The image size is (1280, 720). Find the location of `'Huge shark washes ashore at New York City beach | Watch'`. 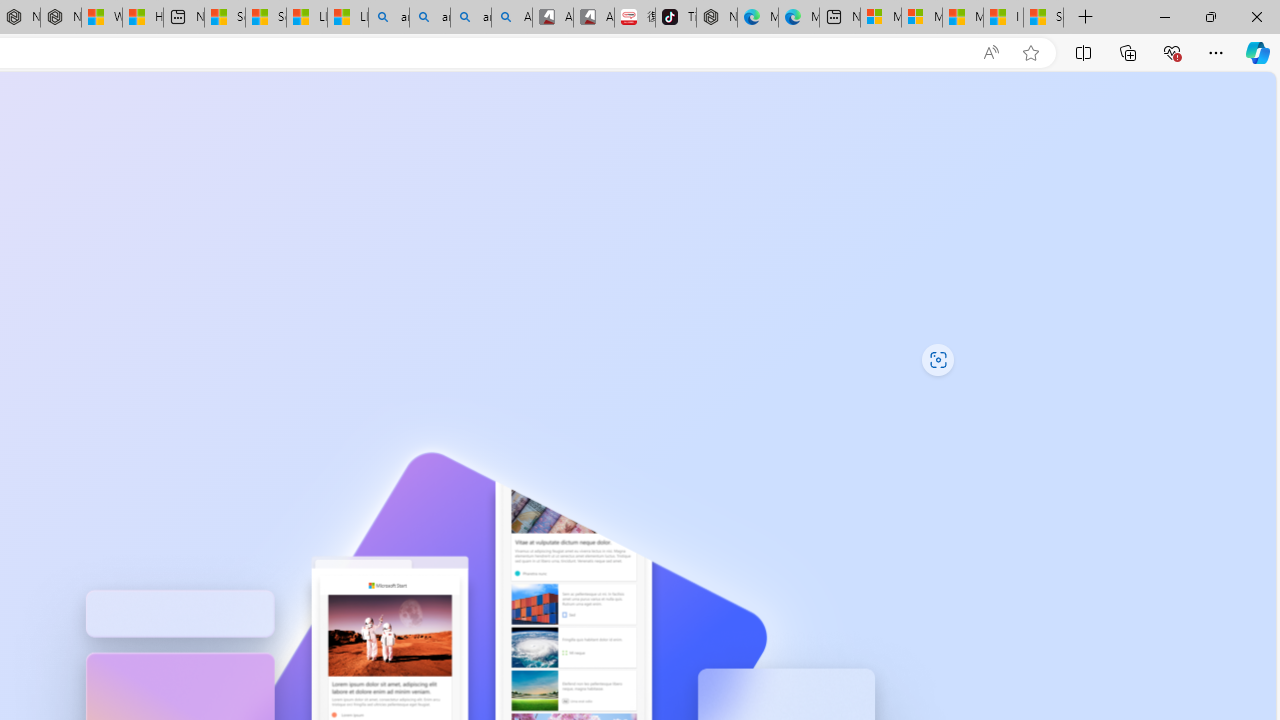

'Huge shark washes ashore at New York City beach | Watch' is located at coordinates (141, 17).